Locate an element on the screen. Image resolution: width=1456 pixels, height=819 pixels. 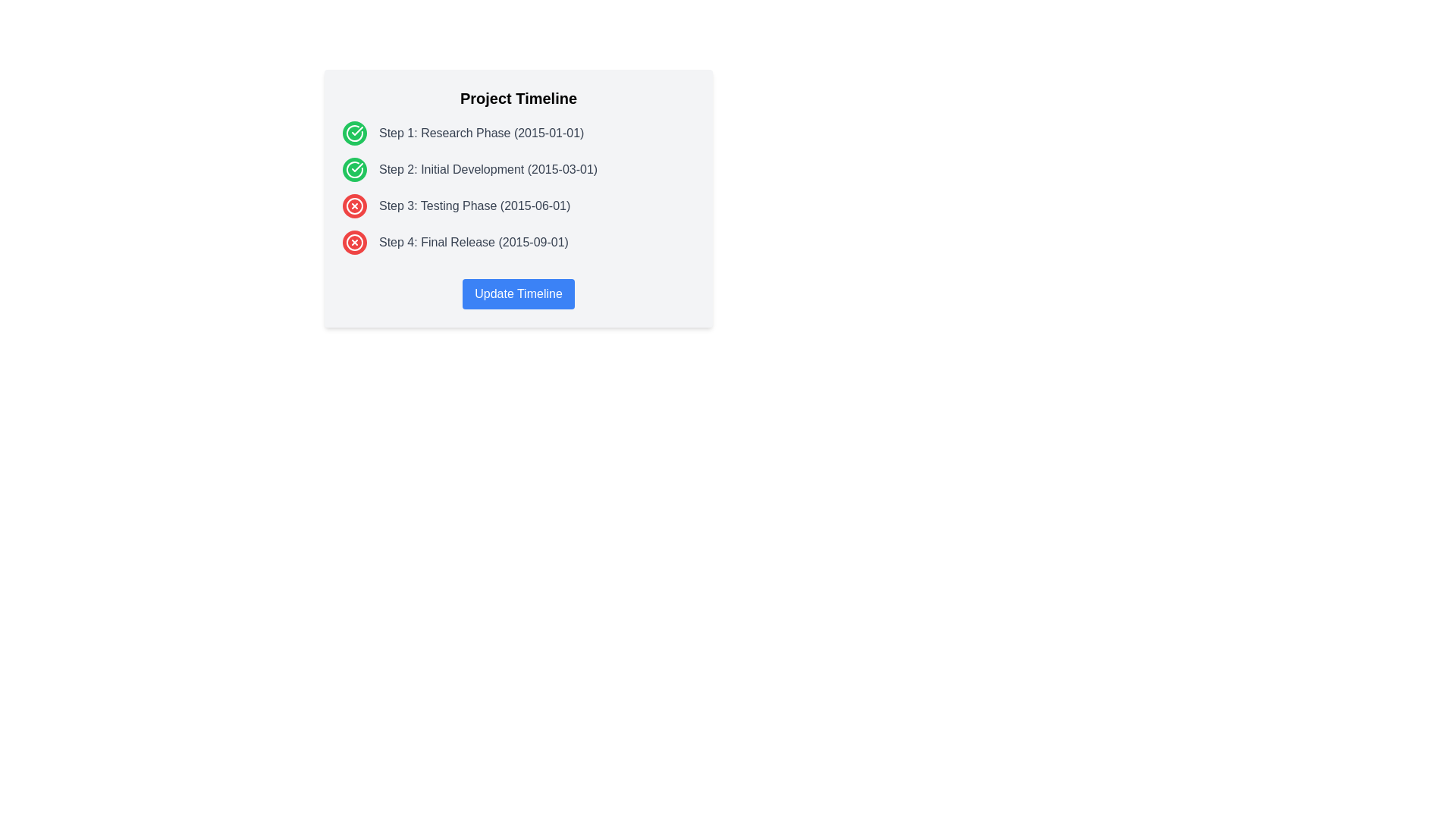
the visual state of the first circular checkmark icon located in the 'Project Timeline' section, positioned to the left of 'Step 1: Research Phase (2015-01-01).' is located at coordinates (353, 133).